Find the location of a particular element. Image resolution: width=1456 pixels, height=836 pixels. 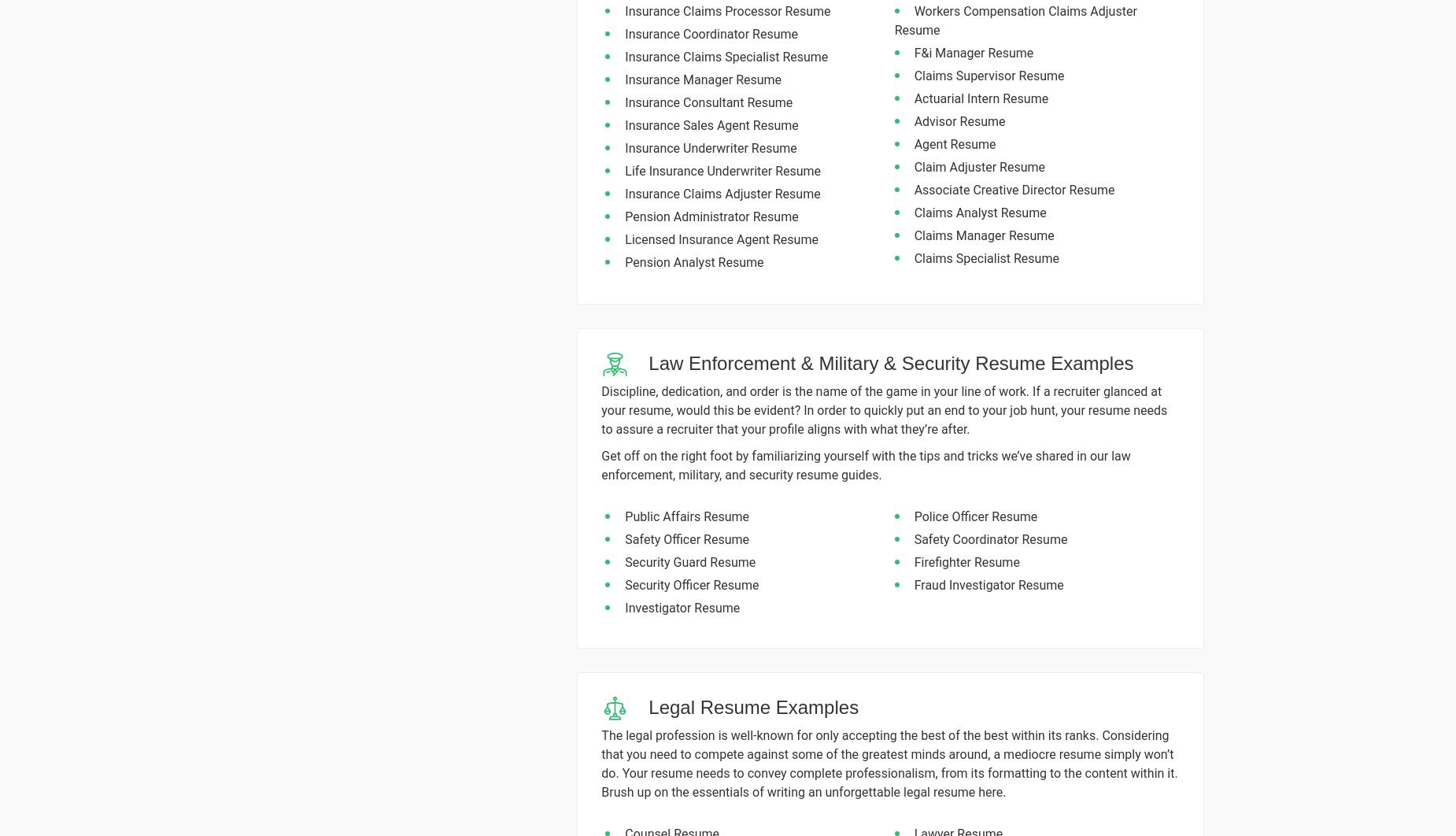

'Life Insurance Underwriter Resume' is located at coordinates (625, 170).